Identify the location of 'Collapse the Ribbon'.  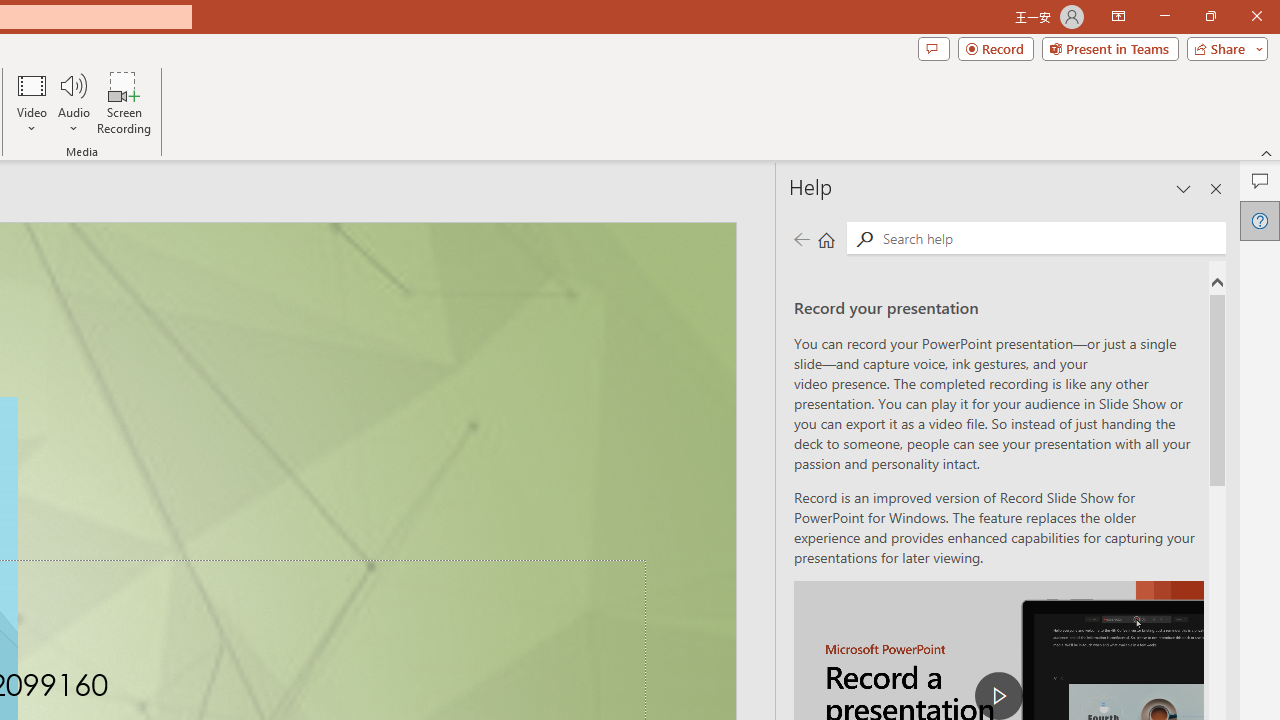
(1266, 152).